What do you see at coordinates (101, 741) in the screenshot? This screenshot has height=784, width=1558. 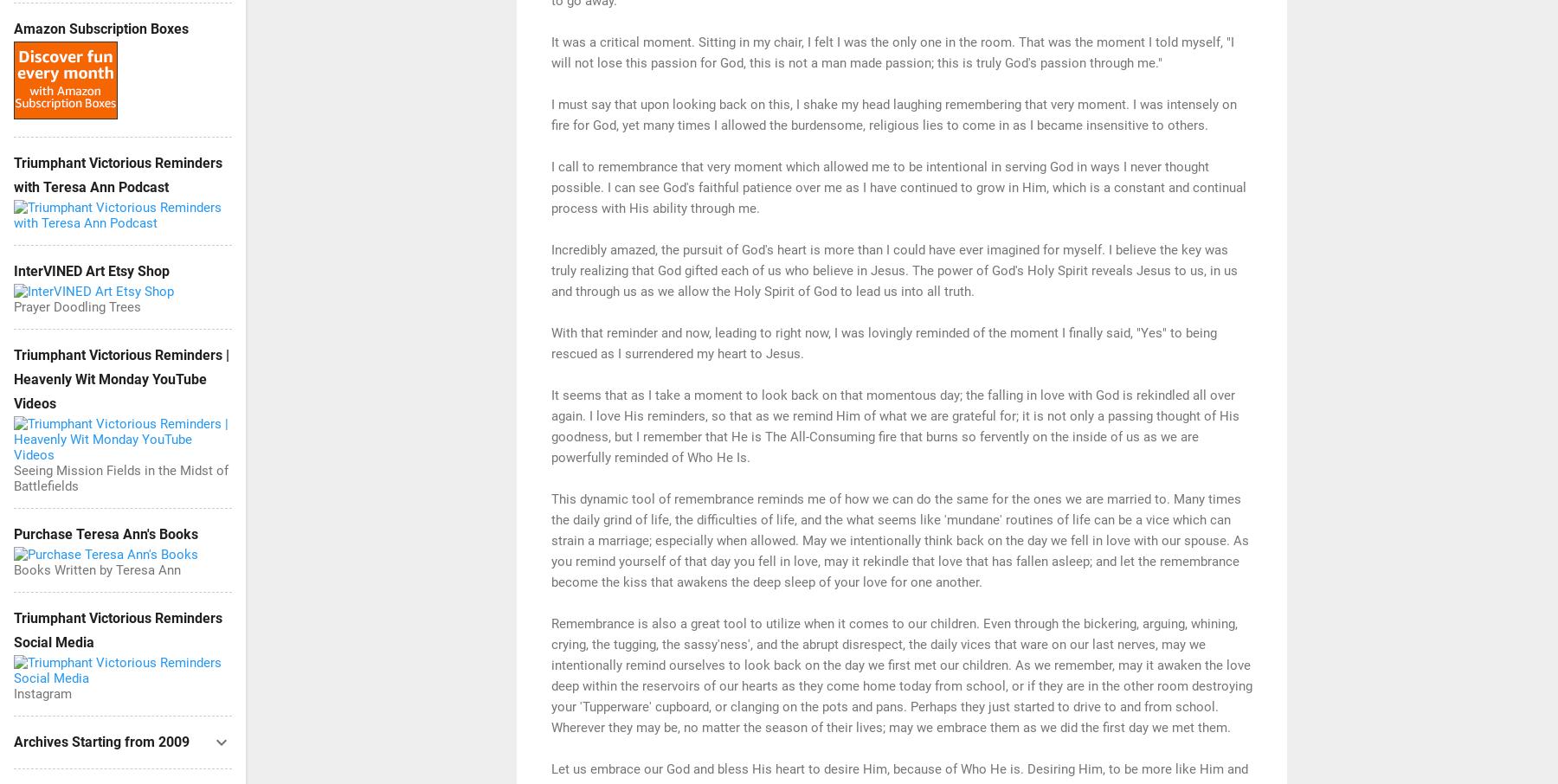 I see `'Archives Starting from 2009'` at bounding box center [101, 741].